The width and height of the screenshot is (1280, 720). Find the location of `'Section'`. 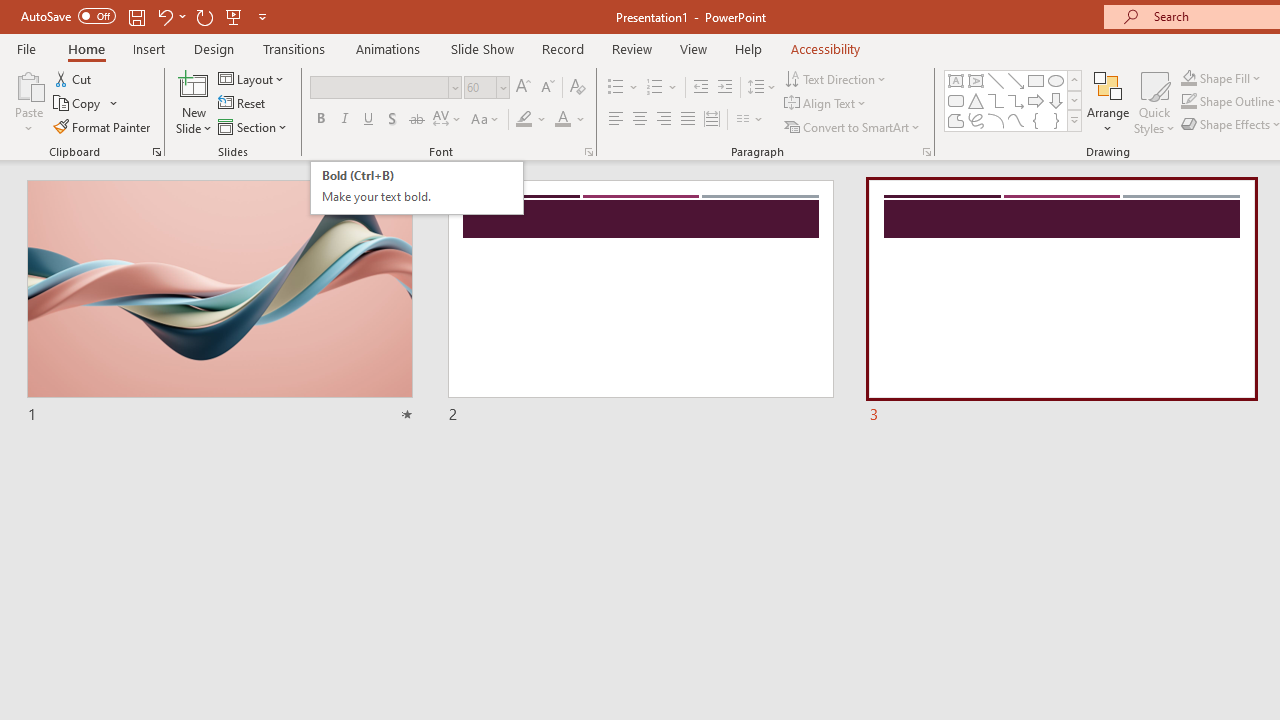

'Section' is located at coordinates (253, 127).